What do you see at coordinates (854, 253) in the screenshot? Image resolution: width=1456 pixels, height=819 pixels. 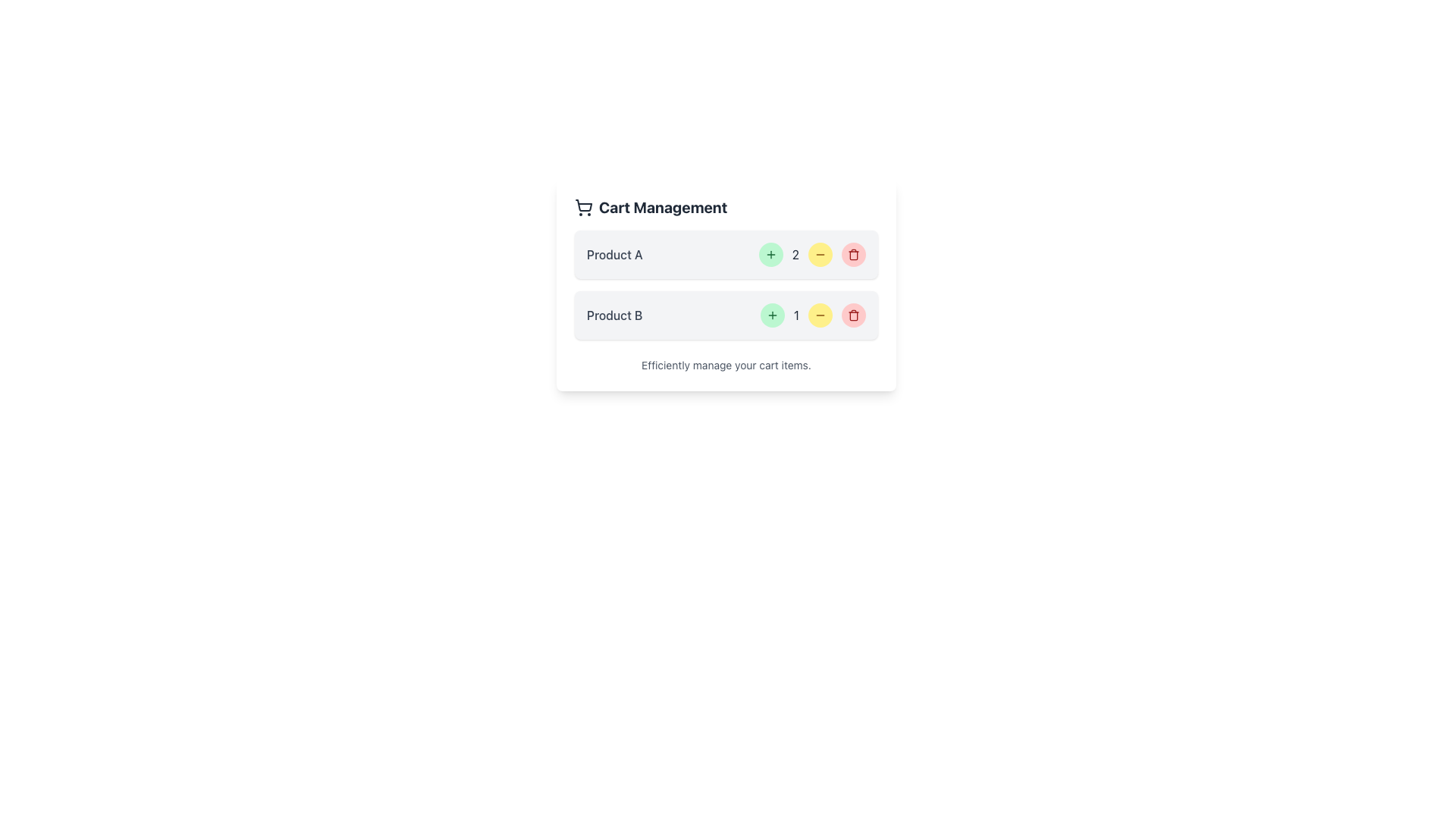 I see `the red trash bin icon in the 'Product A' section` at bounding box center [854, 253].